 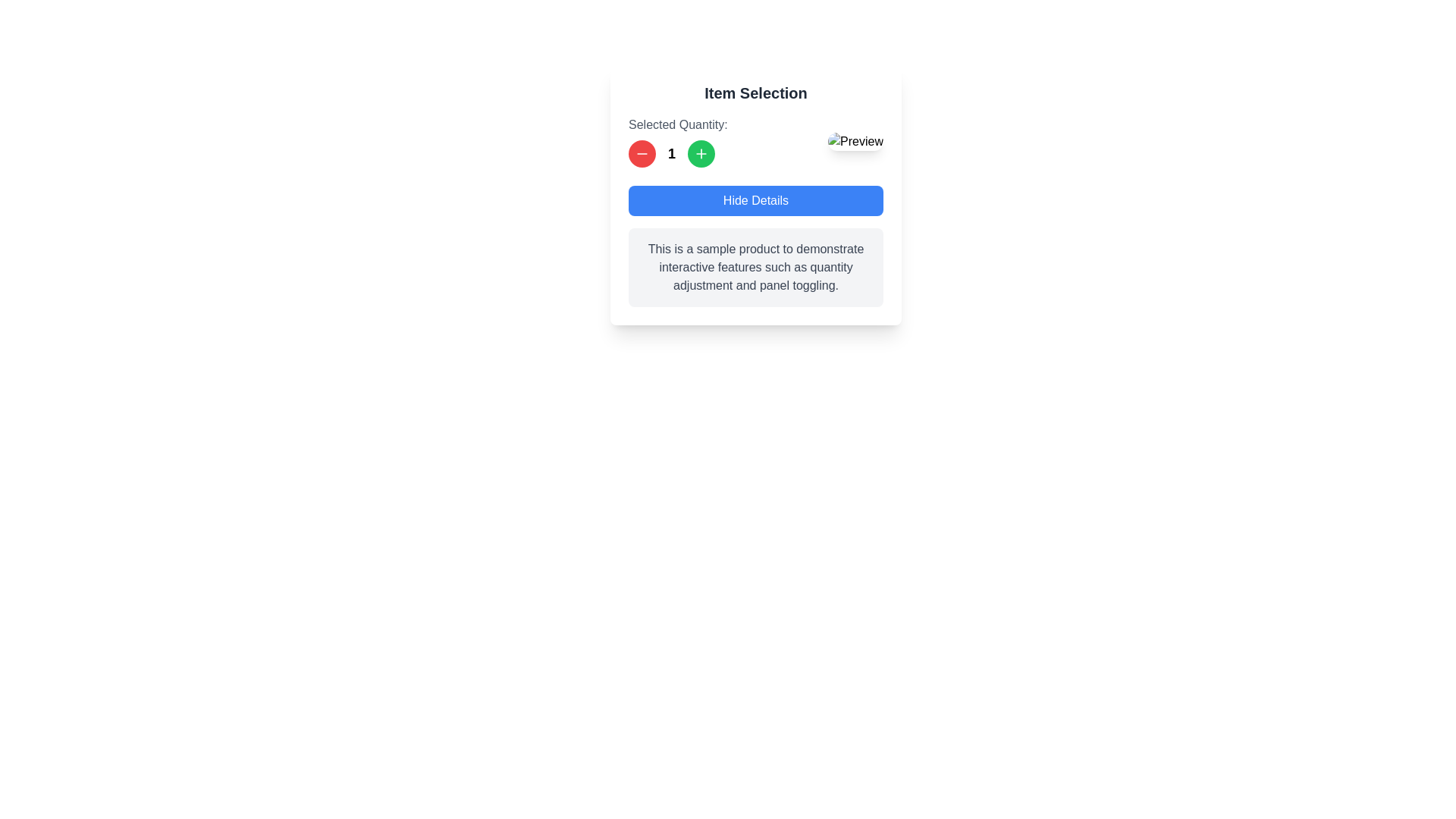 What do you see at coordinates (677, 141) in the screenshot?
I see `displayed quantity, which is the bold number '1' located centrally in the 'Selected Quantity' section, between the red minus button and the green plus button` at bounding box center [677, 141].